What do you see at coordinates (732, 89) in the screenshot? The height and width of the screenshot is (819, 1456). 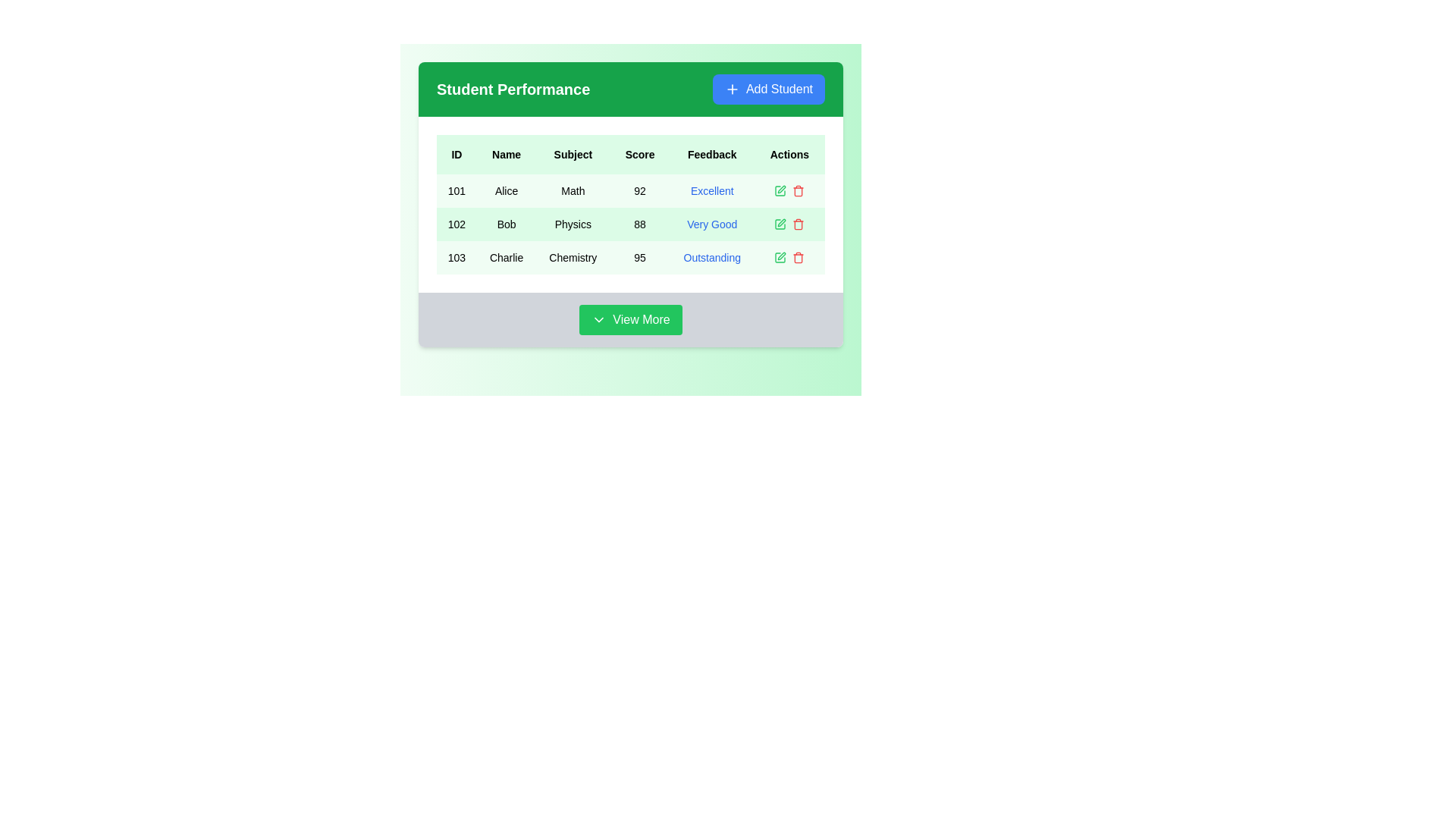 I see `the '+' icon located inside the 'Add Student' button at the top-right corner of the 'Student Performance' section` at bounding box center [732, 89].